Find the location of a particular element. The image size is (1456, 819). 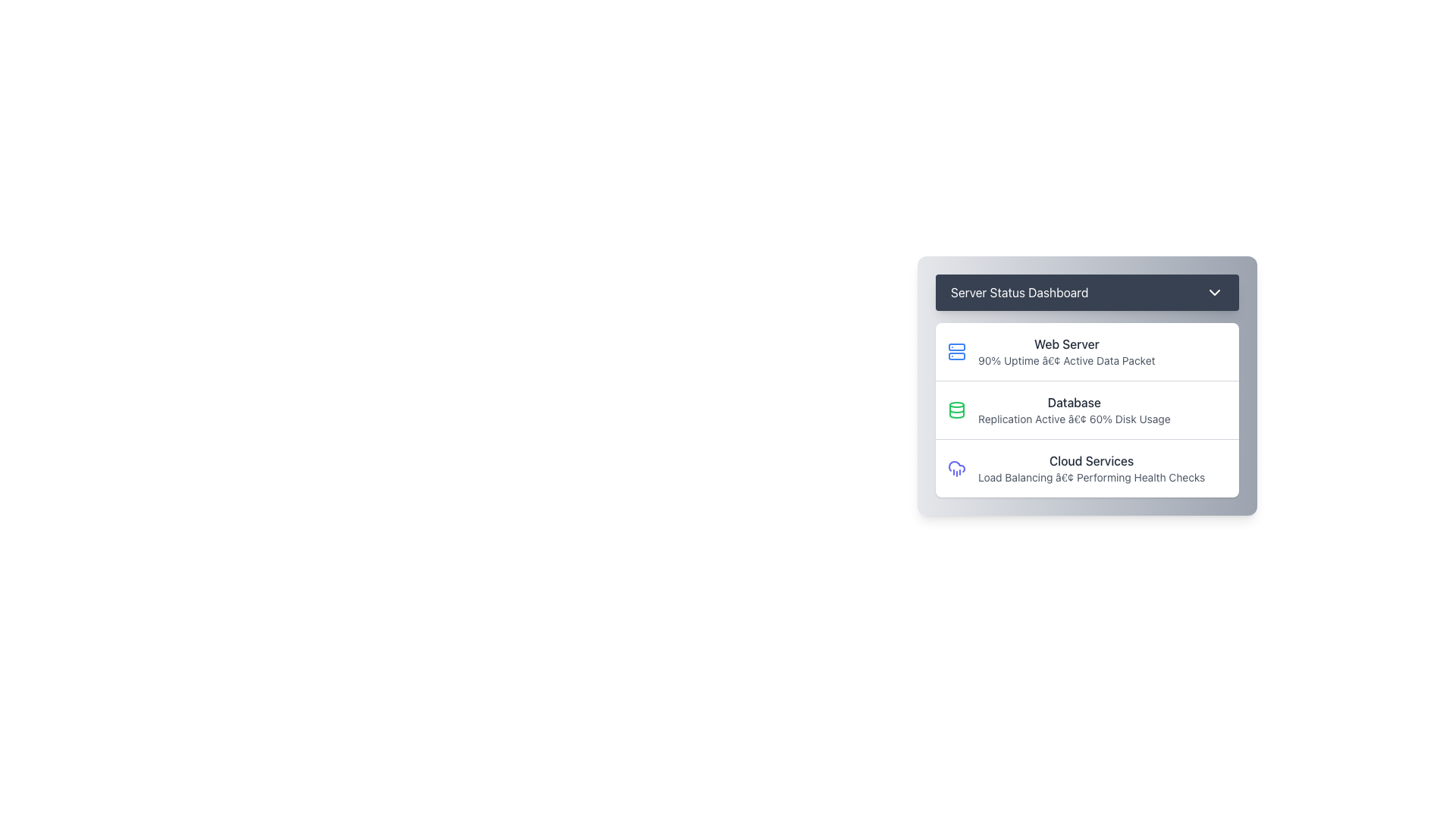

the 'Web Server' icon located on the far left of the 'Web Server' item in the 'Server Status Dashboard' interface is located at coordinates (956, 351).